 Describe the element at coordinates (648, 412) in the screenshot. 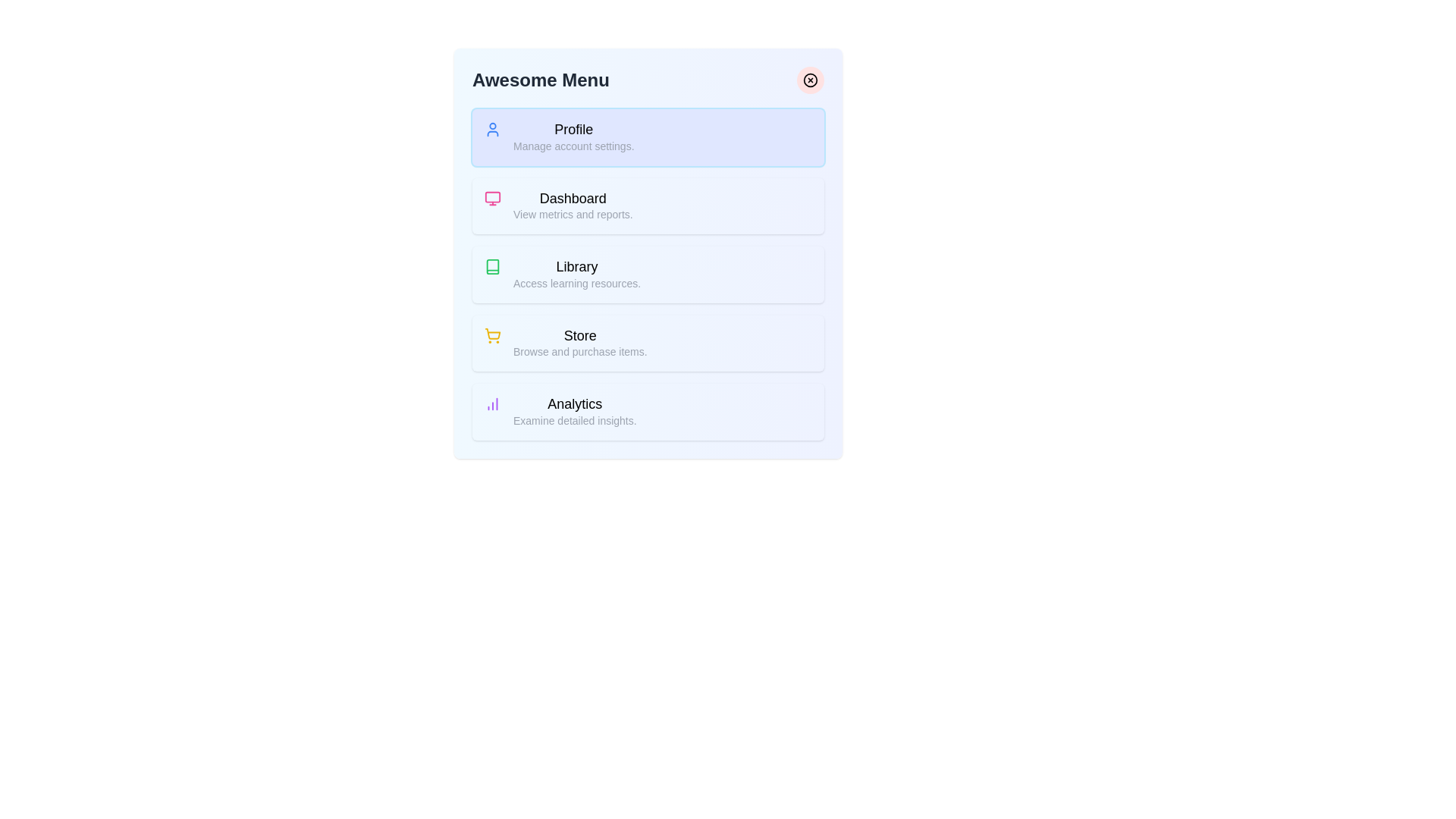

I see `the menu item labeled Analytics` at that location.